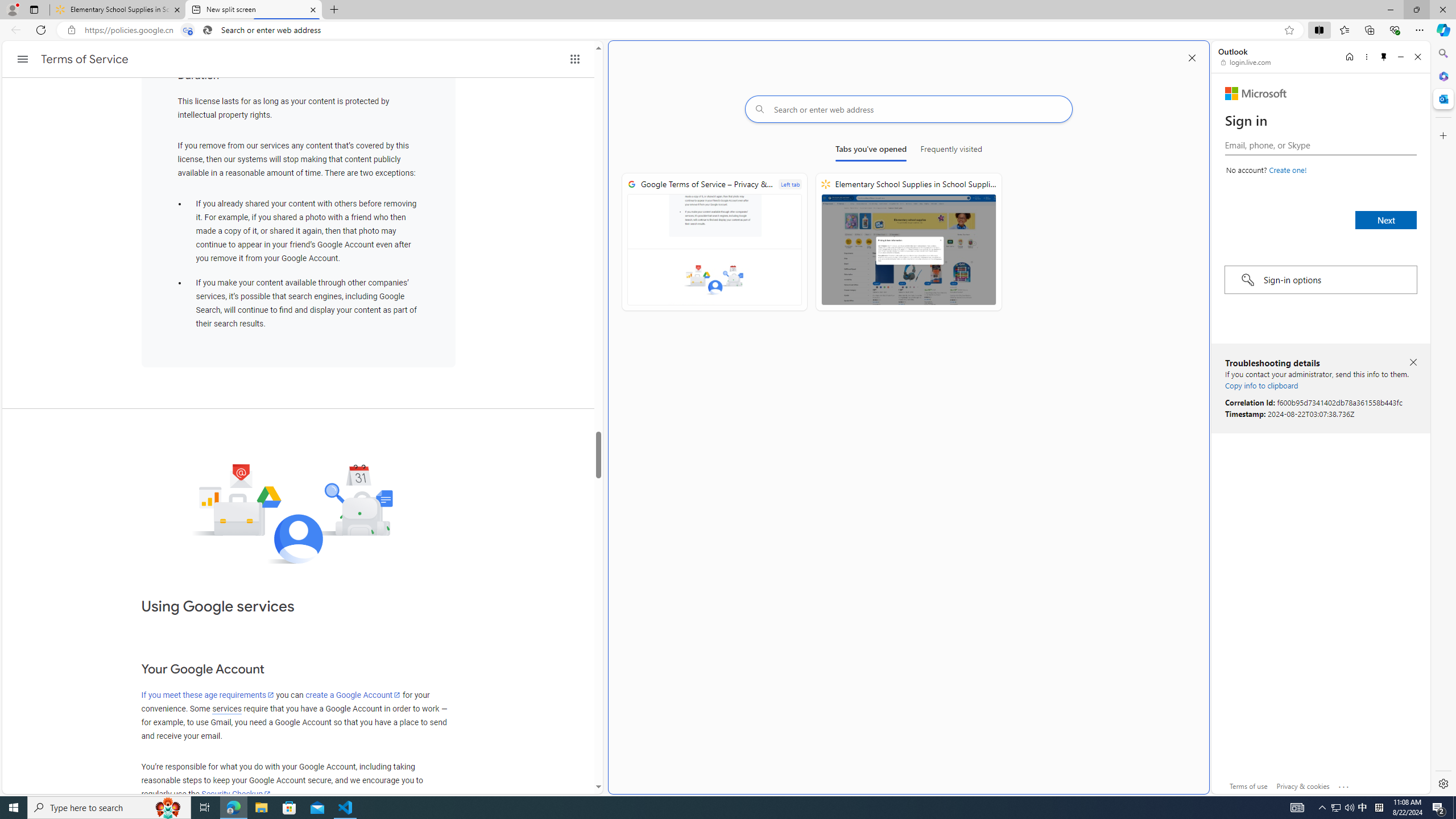  I want to click on 'Sign-in options', so click(1319, 279).